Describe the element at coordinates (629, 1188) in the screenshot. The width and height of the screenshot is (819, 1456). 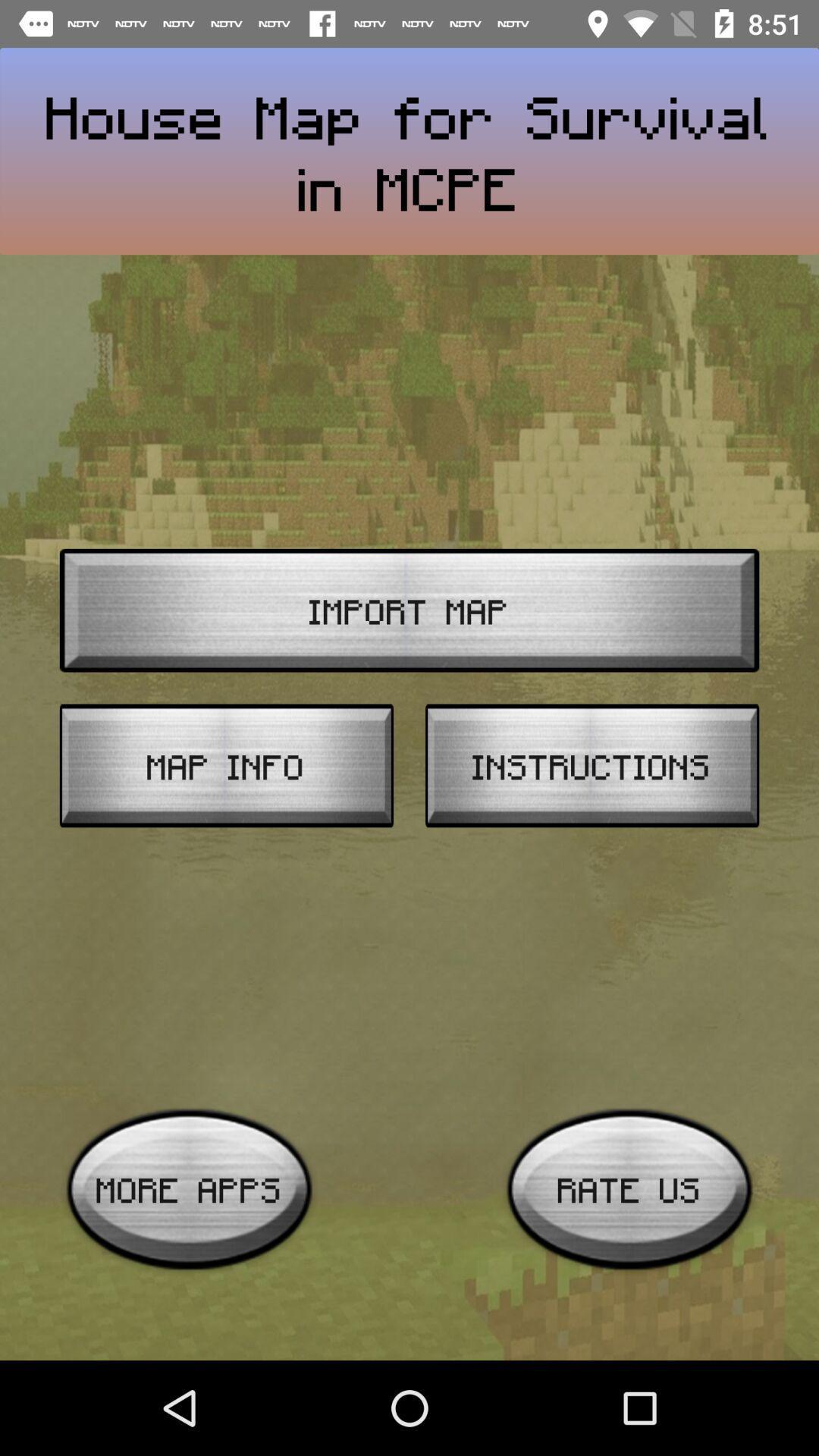
I see `the item at the bottom right corner` at that location.